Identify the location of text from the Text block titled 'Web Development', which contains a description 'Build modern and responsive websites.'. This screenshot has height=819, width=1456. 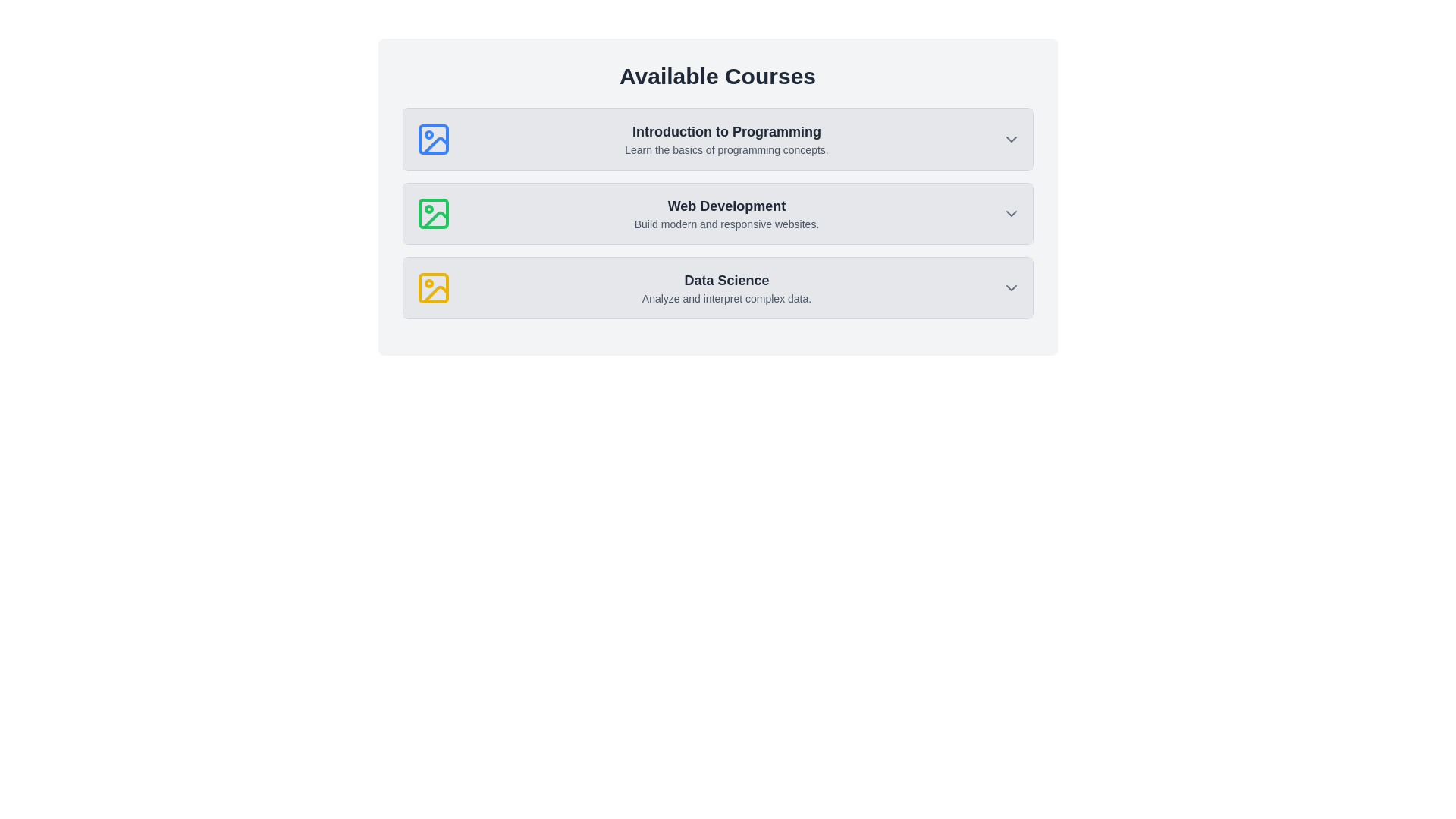
(726, 213).